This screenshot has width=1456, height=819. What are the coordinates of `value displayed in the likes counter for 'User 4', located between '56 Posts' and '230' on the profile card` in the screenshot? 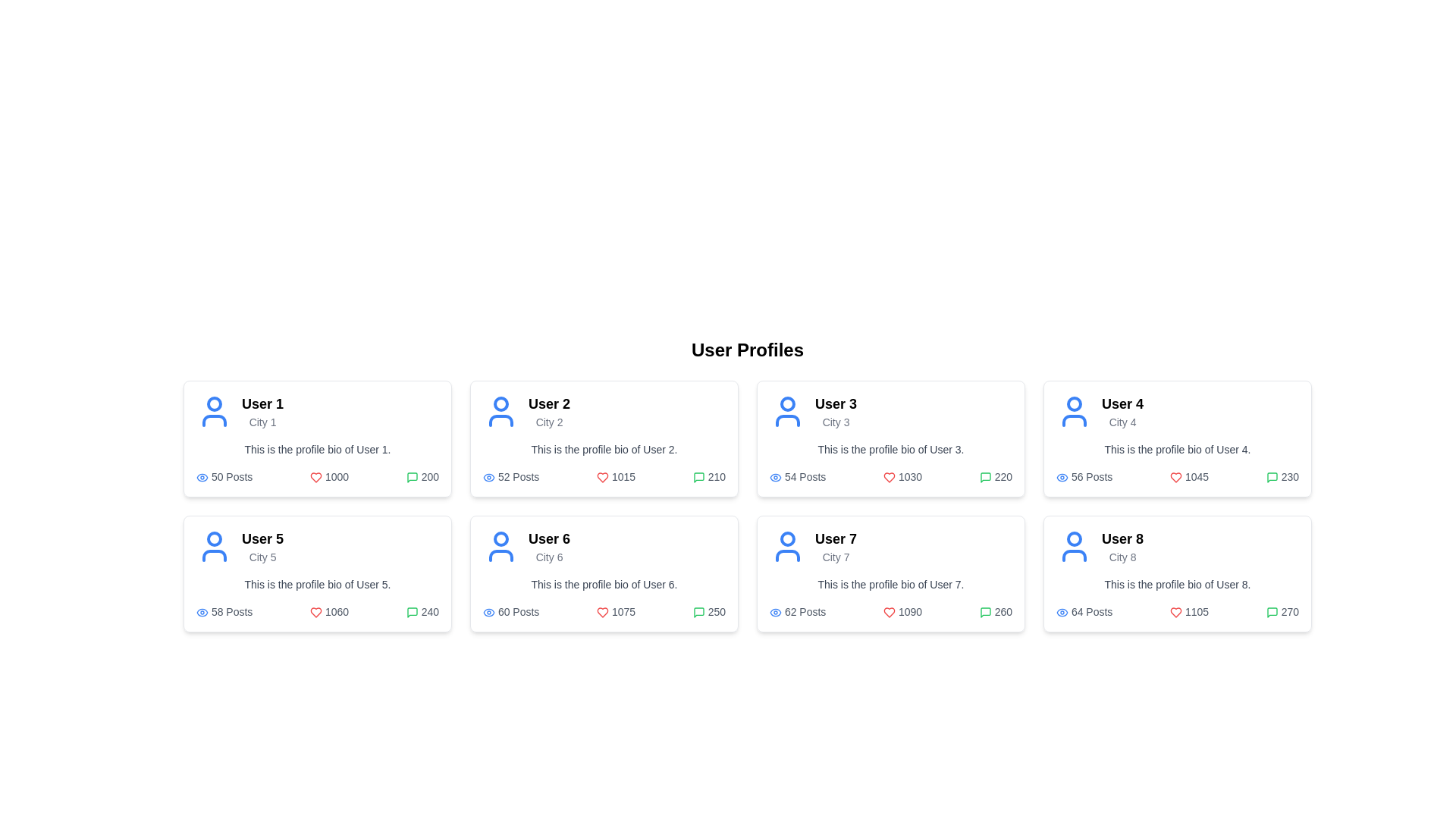 It's located at (1188, 475).